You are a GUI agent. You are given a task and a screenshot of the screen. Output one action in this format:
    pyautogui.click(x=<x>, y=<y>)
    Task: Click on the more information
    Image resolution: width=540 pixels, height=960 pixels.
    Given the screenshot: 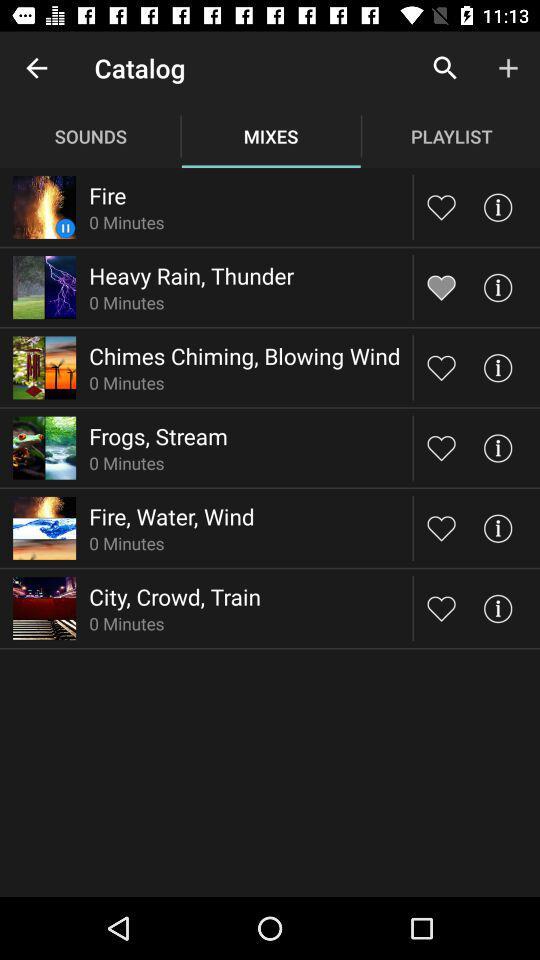 What is the action you would take?
    pyautogui.click(x=496, y=286)
    